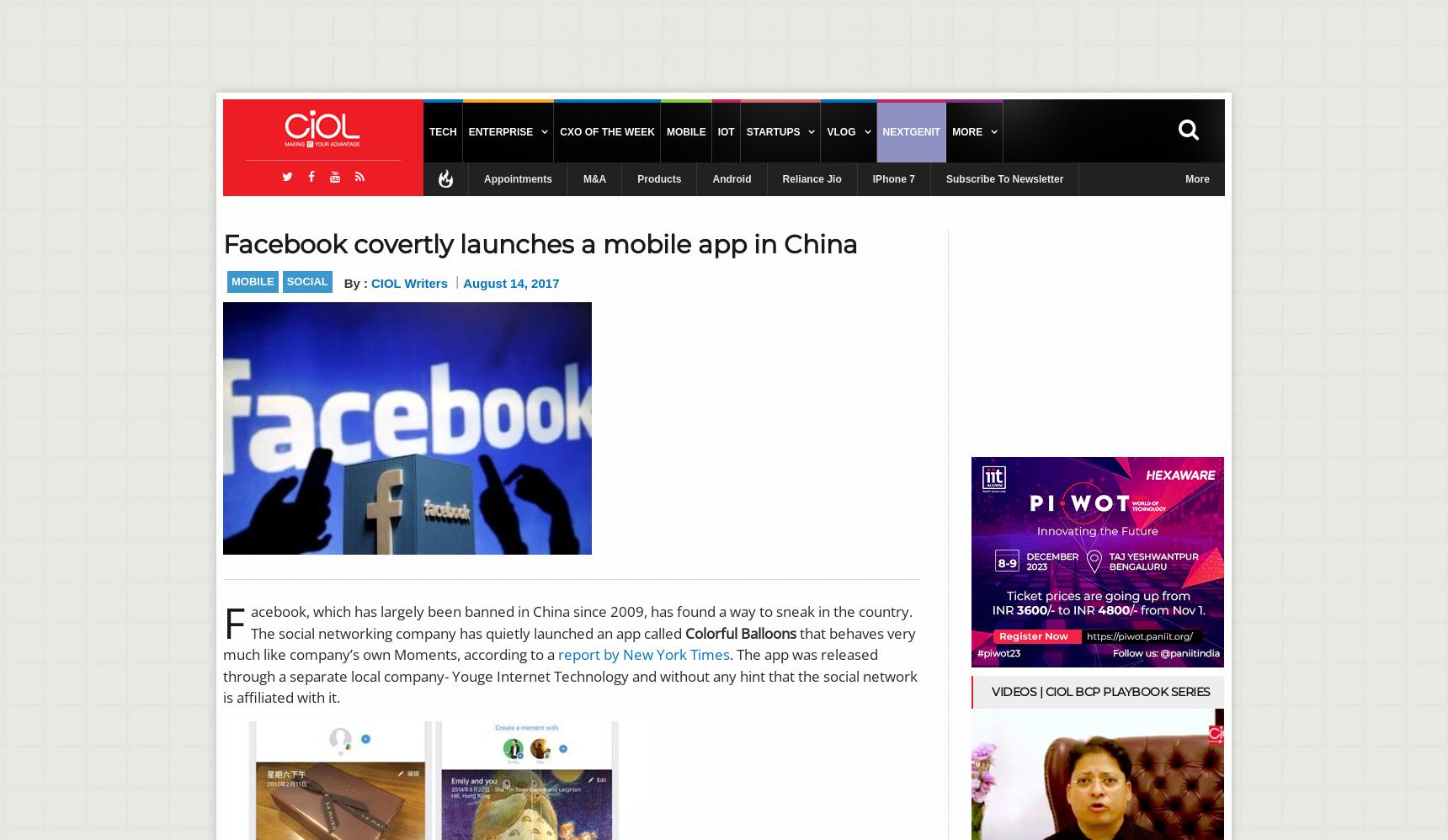 This screenshot has height=840, width=1448. What do you see at coordinates (509, 283) in the screenshot?
I see `'August 14, 2017'` at bounding box center [509, 283].